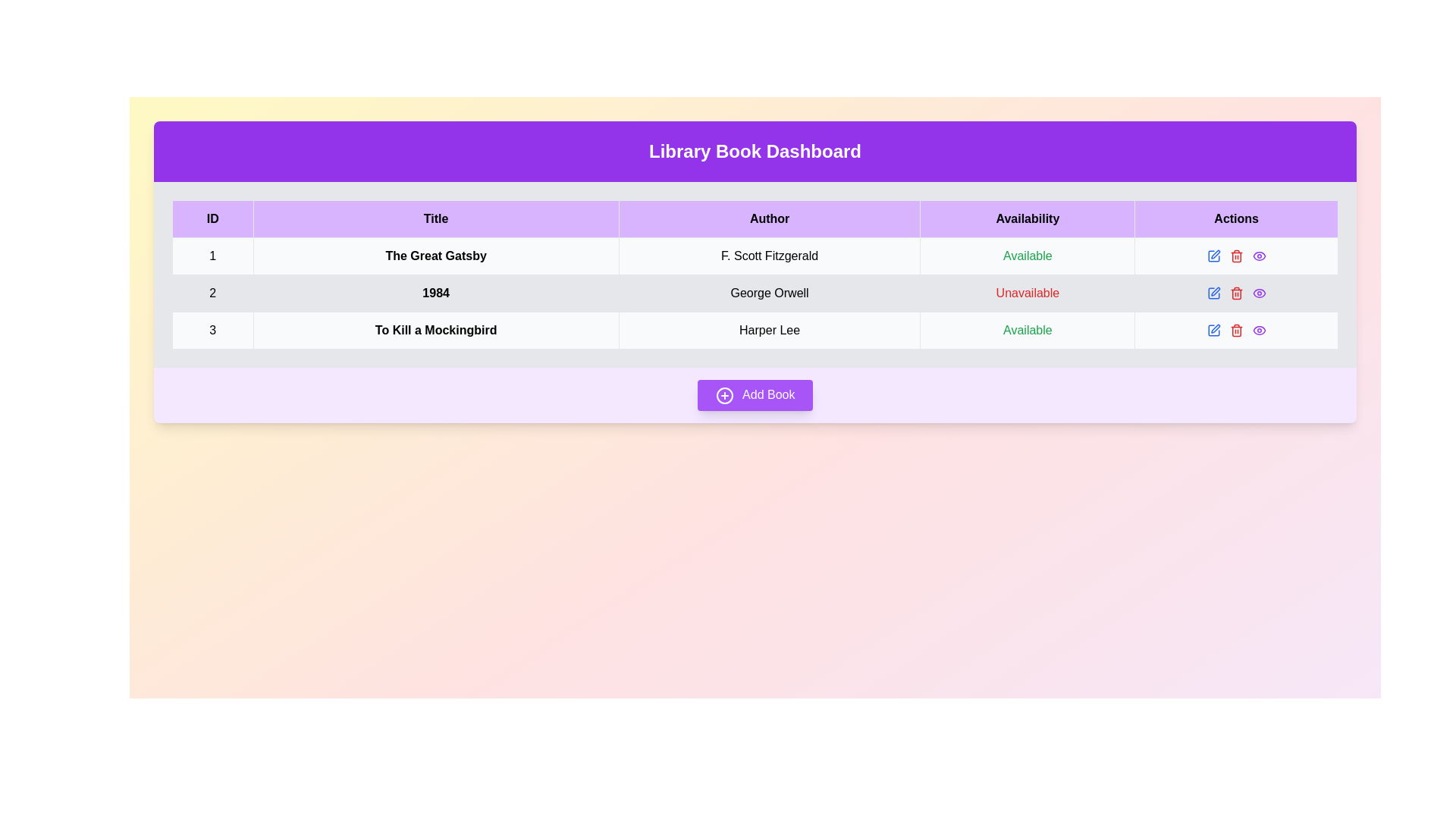 This screenshot has height=819, width=1456. What do you see at coordinates (755, 256) in the screenshot?
I see `the first row in the table displaying details of the book 'The Great Gatsby' for interaction` at bounding box center [755, 256].